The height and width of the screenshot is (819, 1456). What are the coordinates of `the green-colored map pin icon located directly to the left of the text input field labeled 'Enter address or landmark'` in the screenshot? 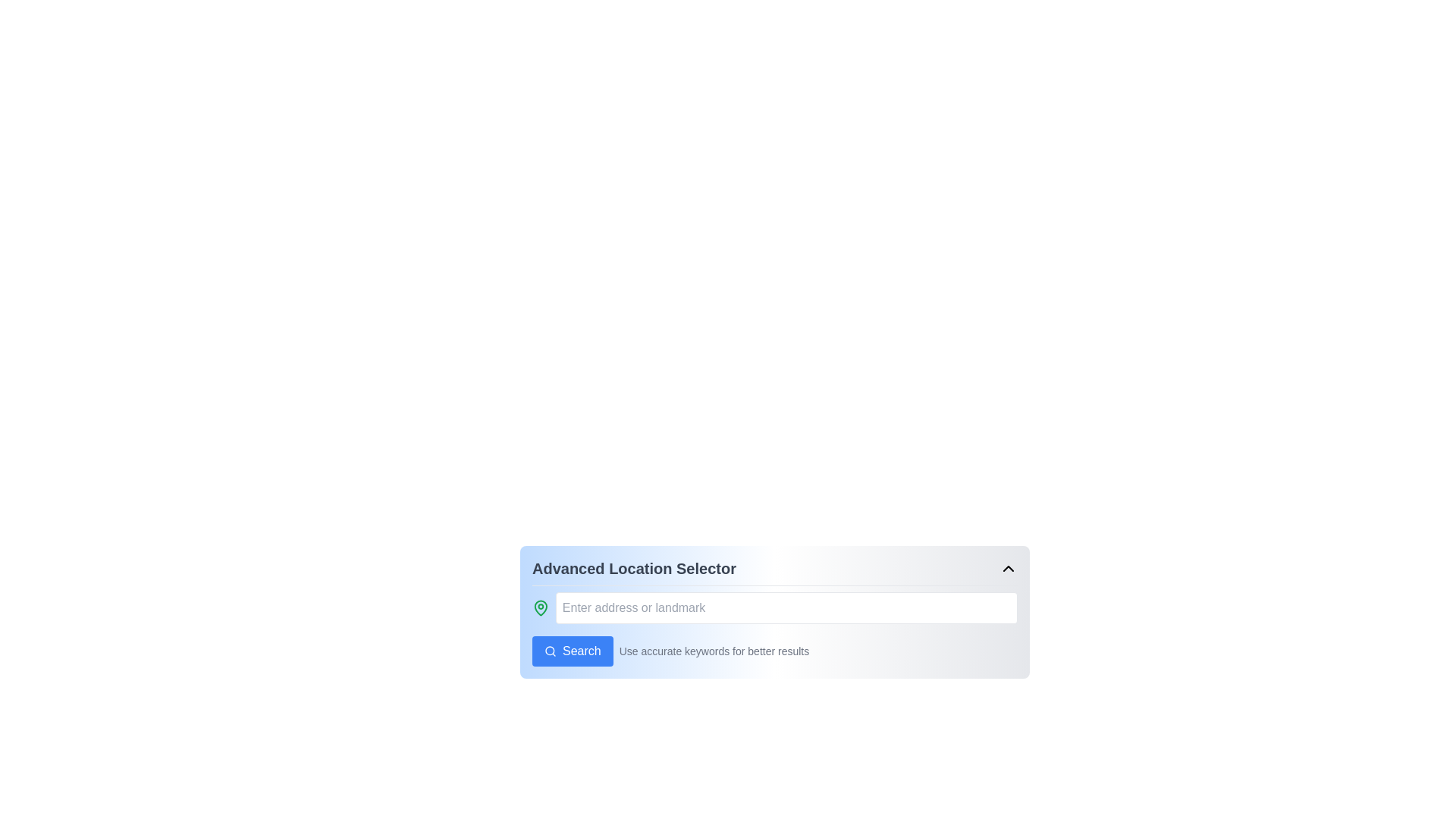 It's located at (541, 607).